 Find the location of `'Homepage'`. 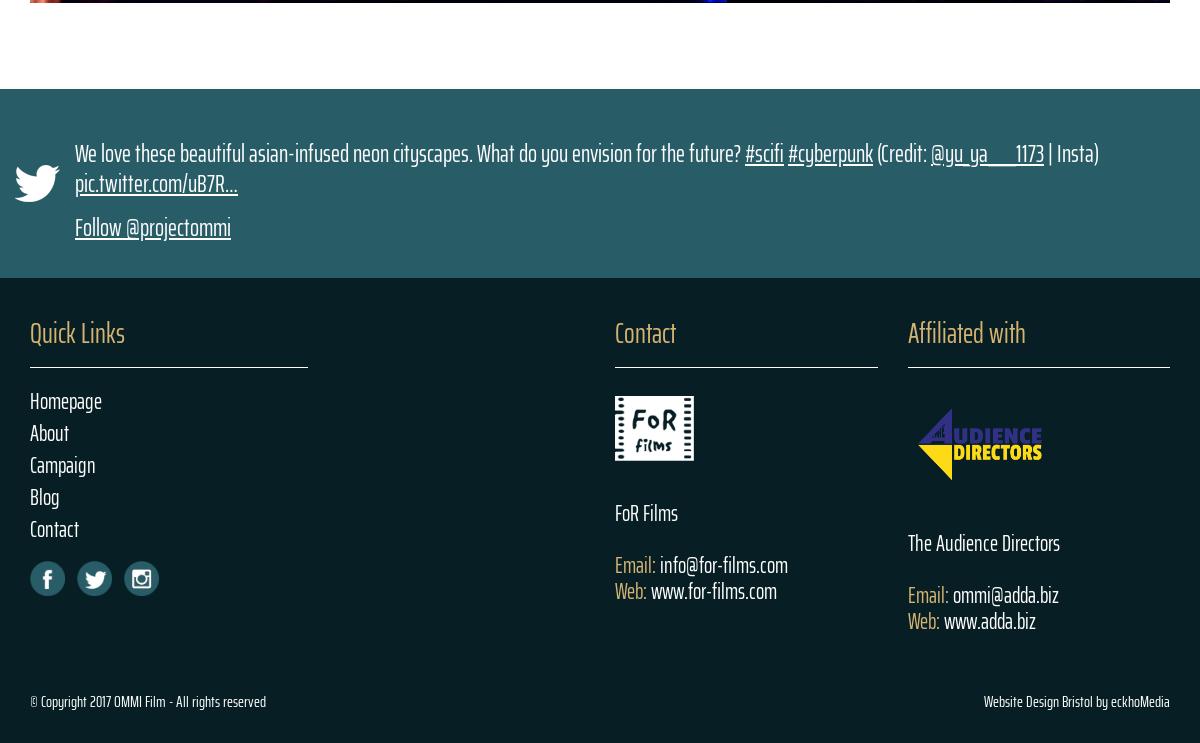

'Homepage' is located at coordinates (66, 401).